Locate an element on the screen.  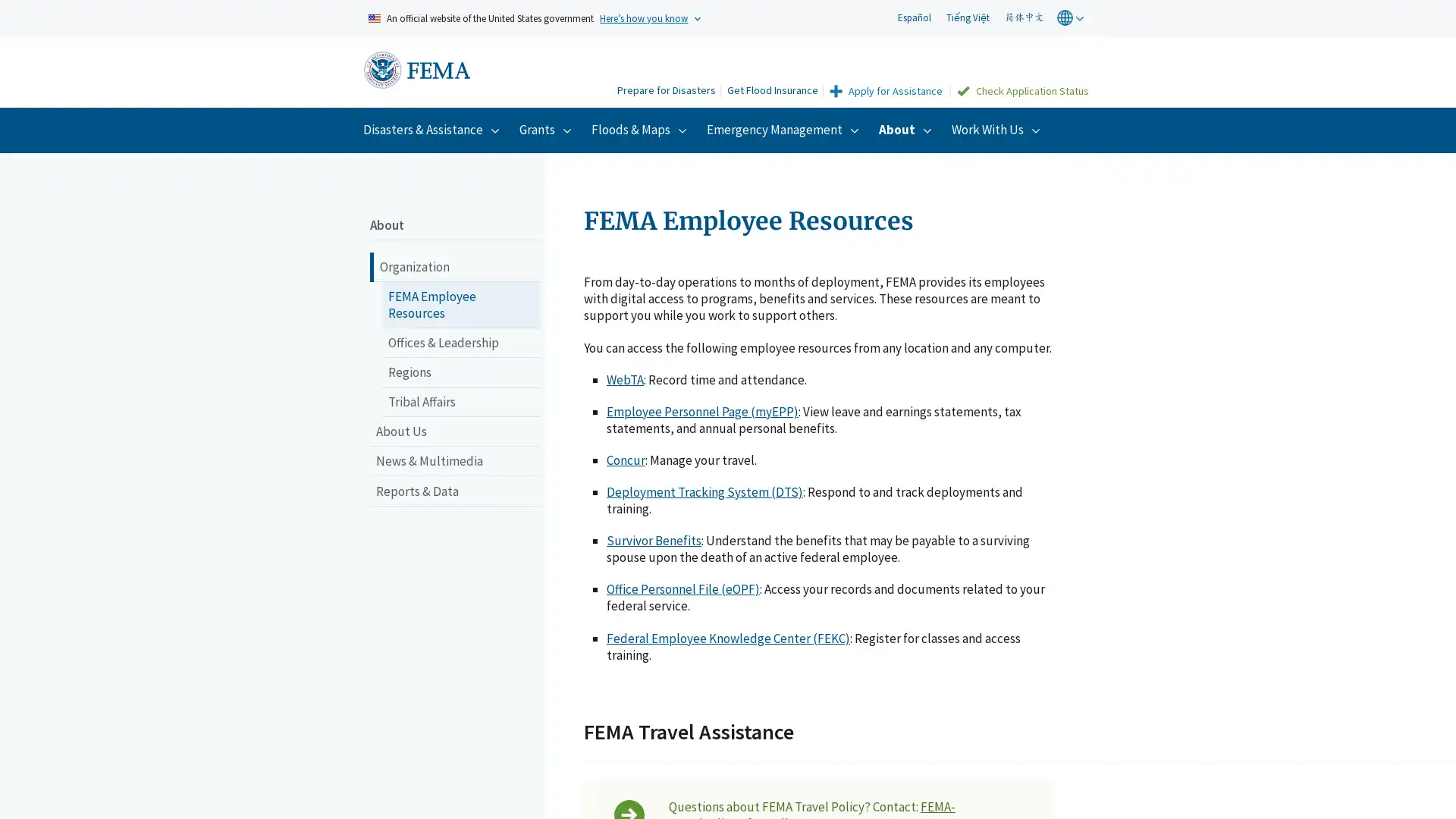
About is located at coordinates (907, 128).